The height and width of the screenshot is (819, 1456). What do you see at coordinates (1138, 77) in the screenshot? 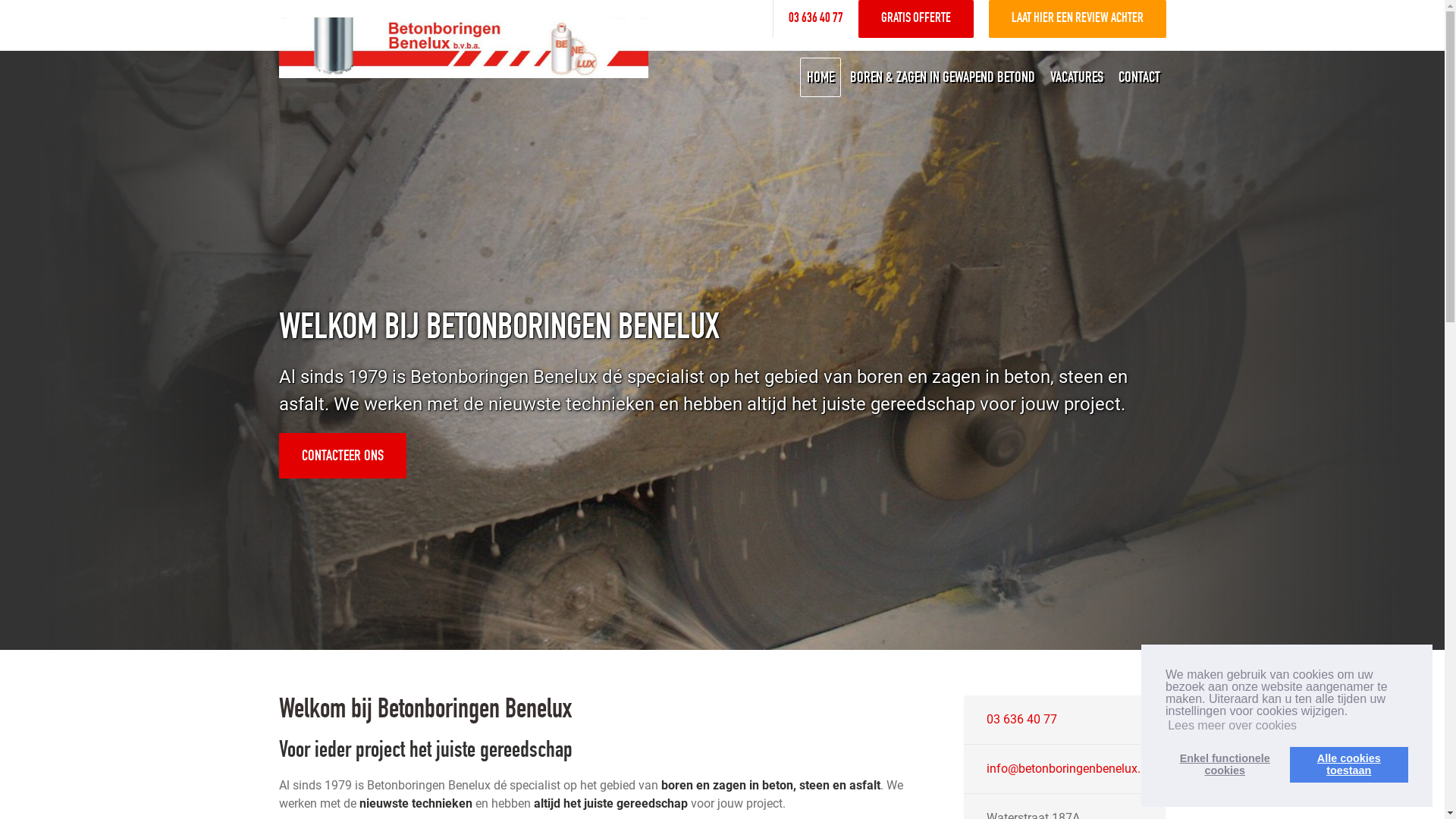
I see `'CONTACT'` at bounding box center [1138, 77].